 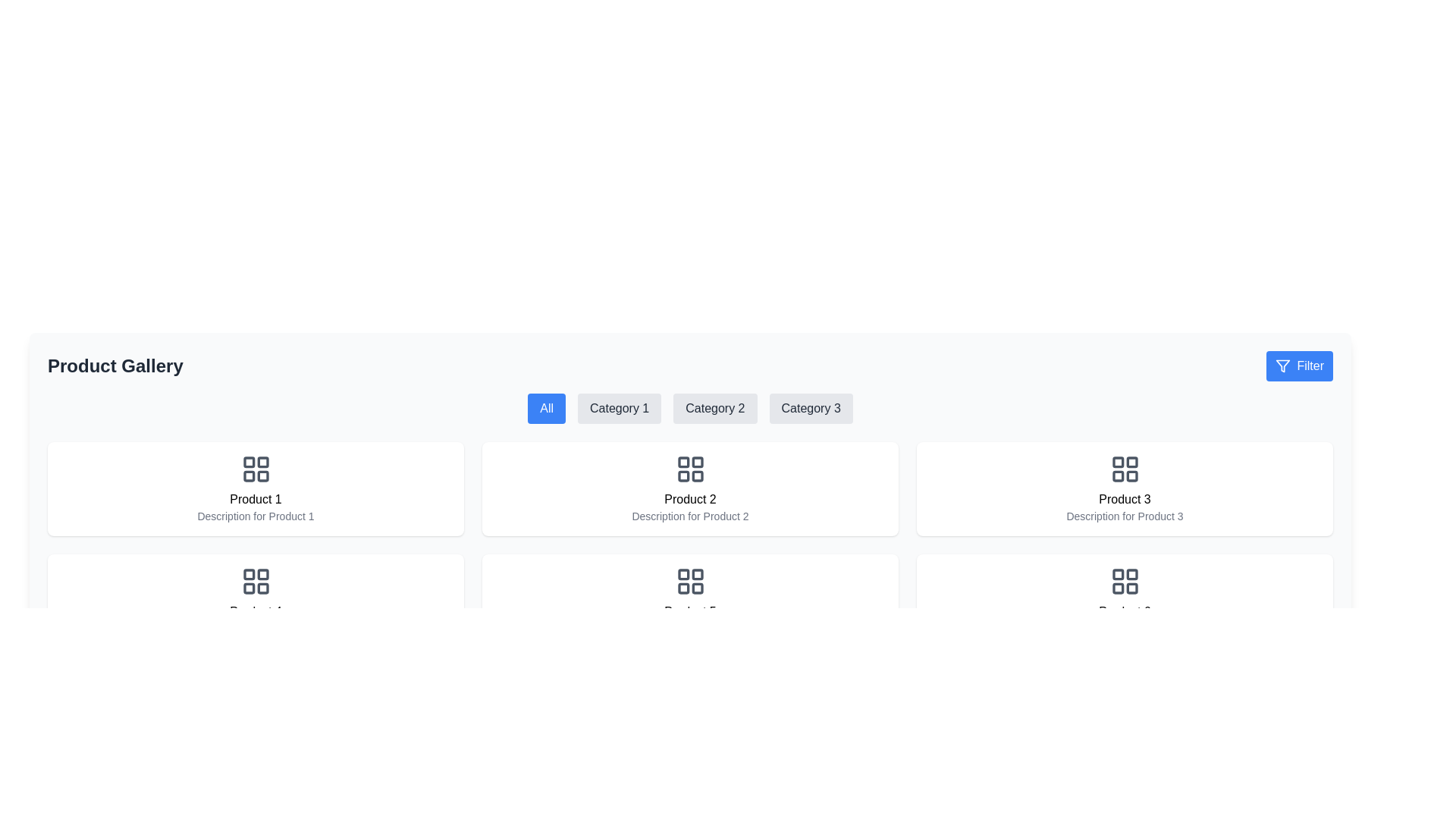 What do you see at coordinates (1282, 366) in the screenshot?
I see `the filter icon located near the top-right corner of the interface, to the left of the word 'Filter'` at bounding box center [1282, 366].